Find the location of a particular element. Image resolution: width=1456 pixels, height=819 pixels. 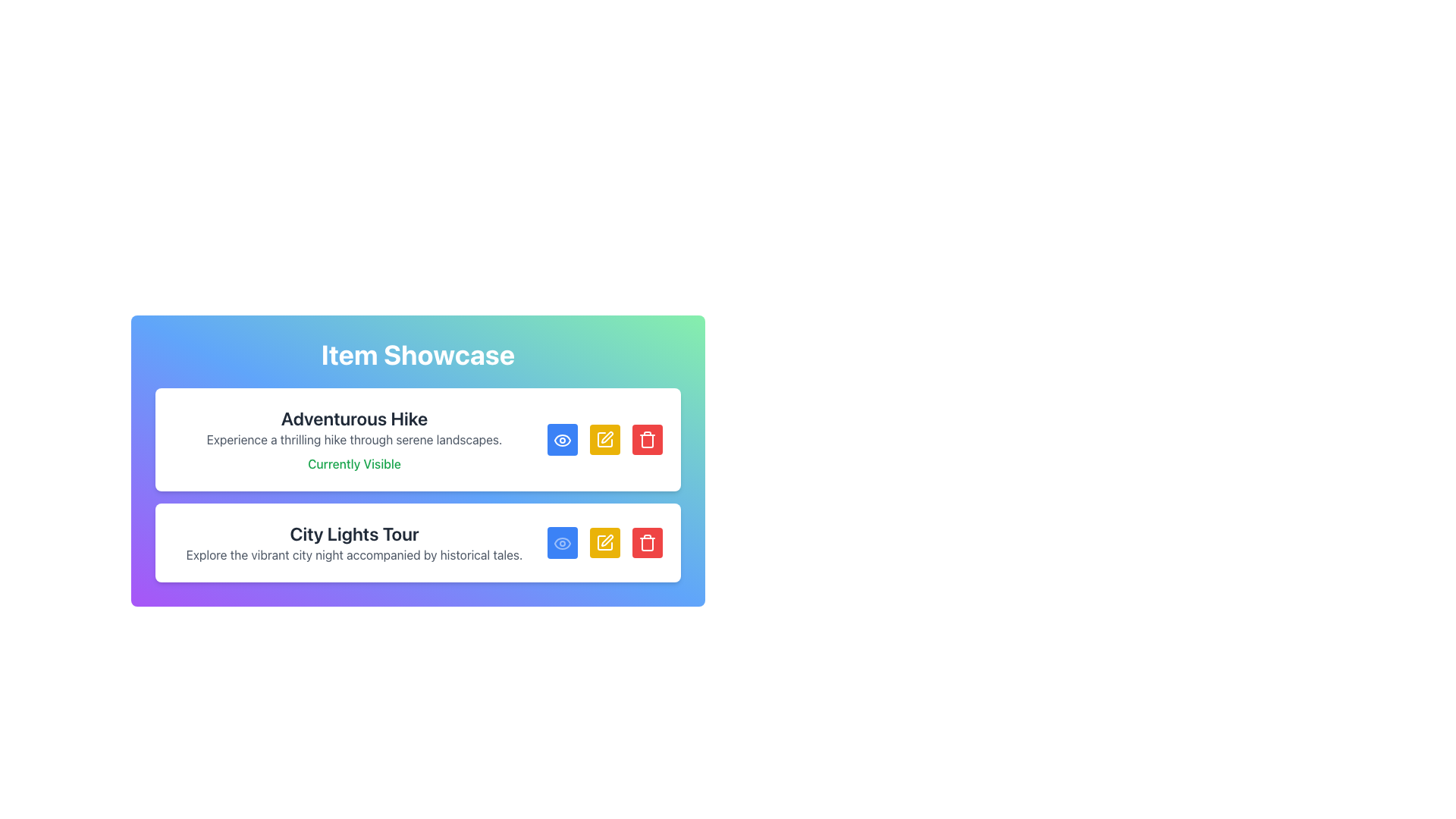

the blue eye icon located in the lower section of the interface, to the right of the 'City Lights Tour' descriptor panel is located at coordinates (562, 439).